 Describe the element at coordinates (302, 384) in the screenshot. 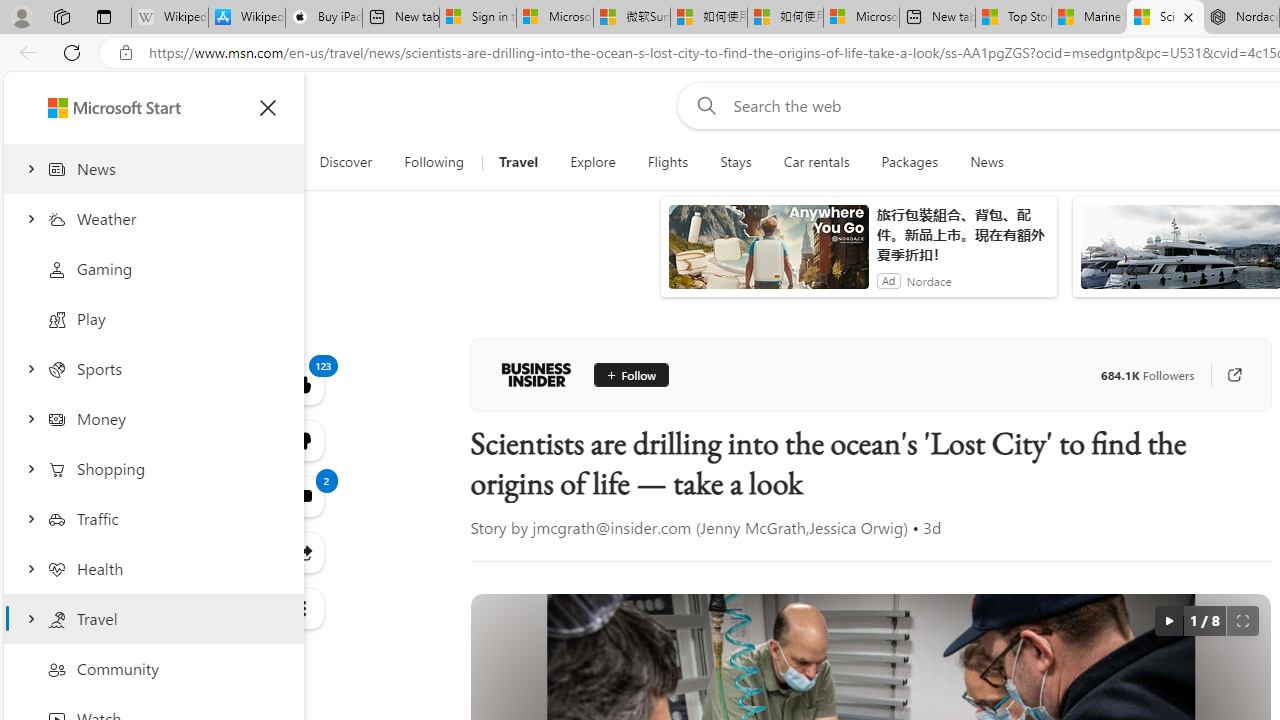

I see `'123 Like'` at that location.